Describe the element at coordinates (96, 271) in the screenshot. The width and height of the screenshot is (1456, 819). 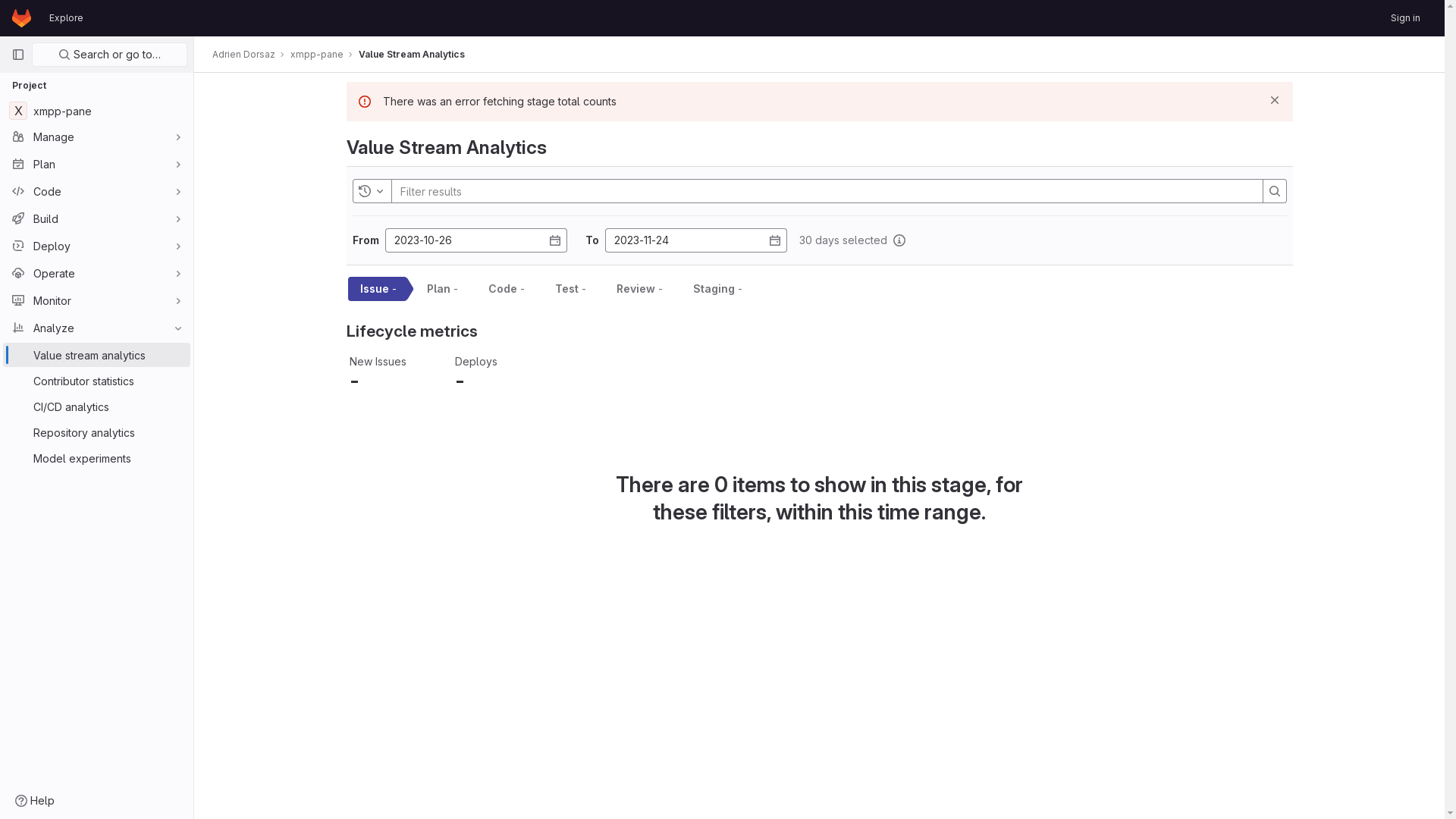
I see `'Operate'` at that location.